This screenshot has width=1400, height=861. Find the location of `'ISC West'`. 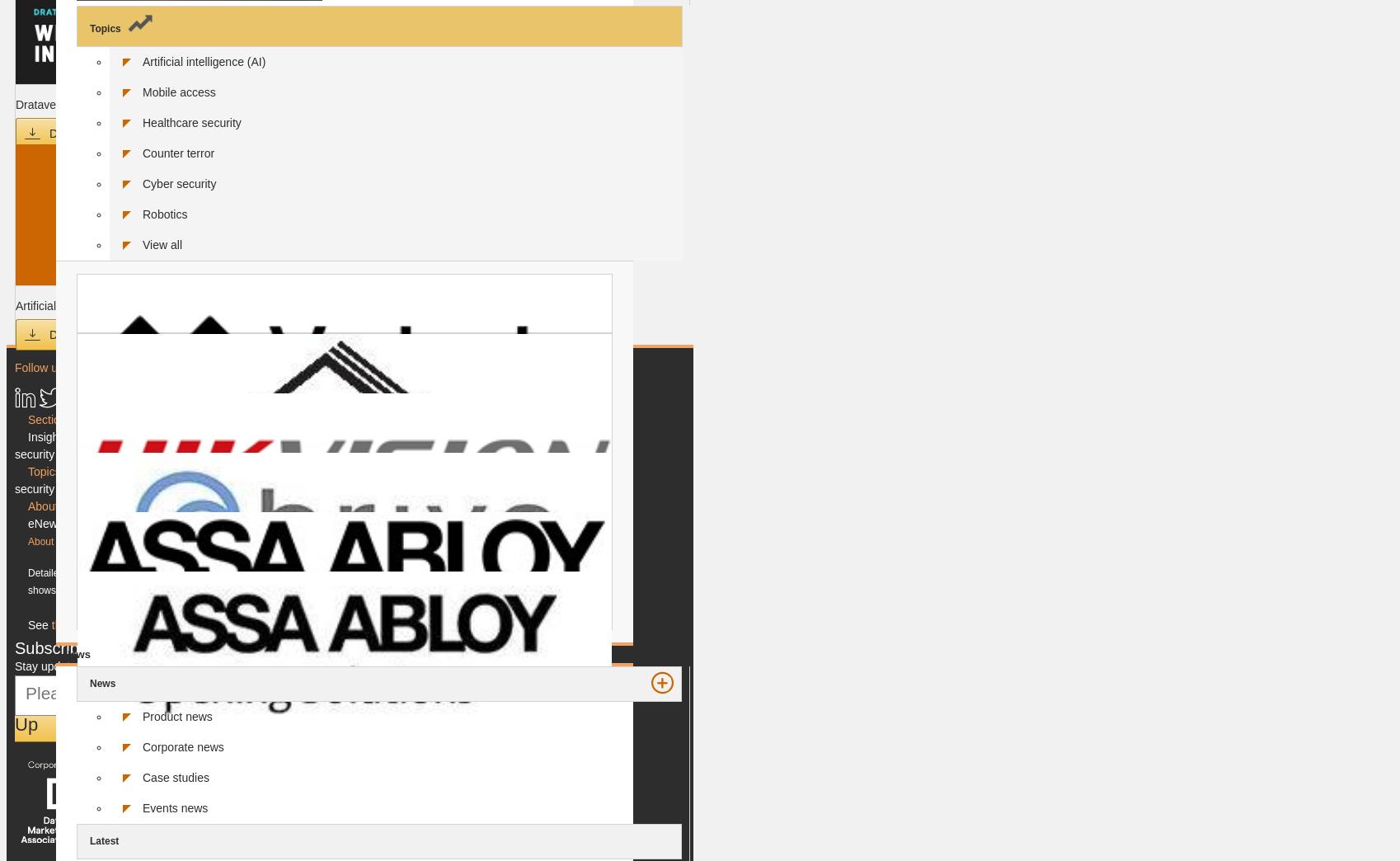

'ISC West' is located at coordinates (165, 488).